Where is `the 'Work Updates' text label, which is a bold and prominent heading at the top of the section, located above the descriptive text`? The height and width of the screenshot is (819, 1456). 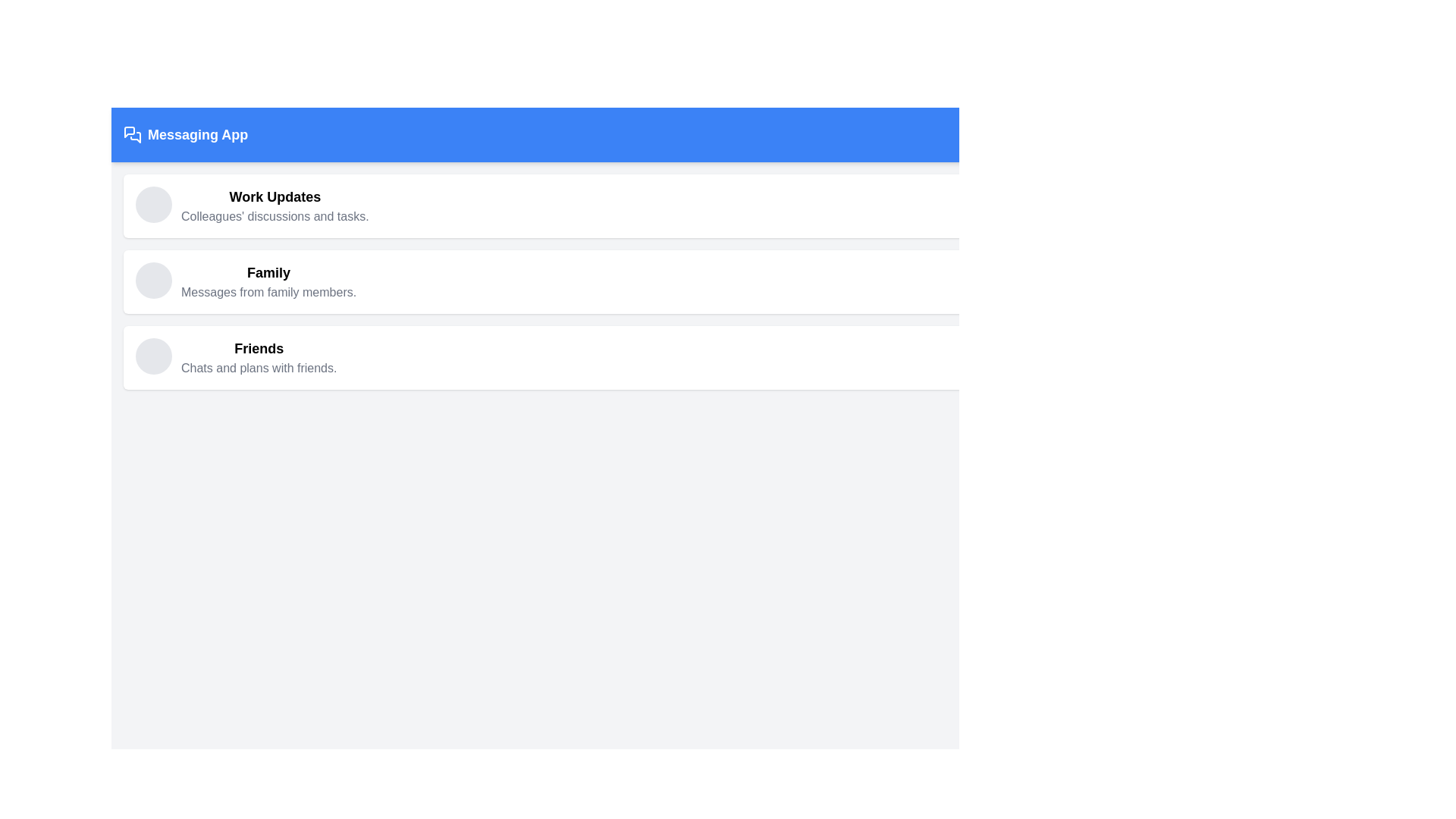 the 'Work Updates' text label, which is a bold and prominent heading at the top of the section, located above the descriptive text is located at coordinates (275, 196).